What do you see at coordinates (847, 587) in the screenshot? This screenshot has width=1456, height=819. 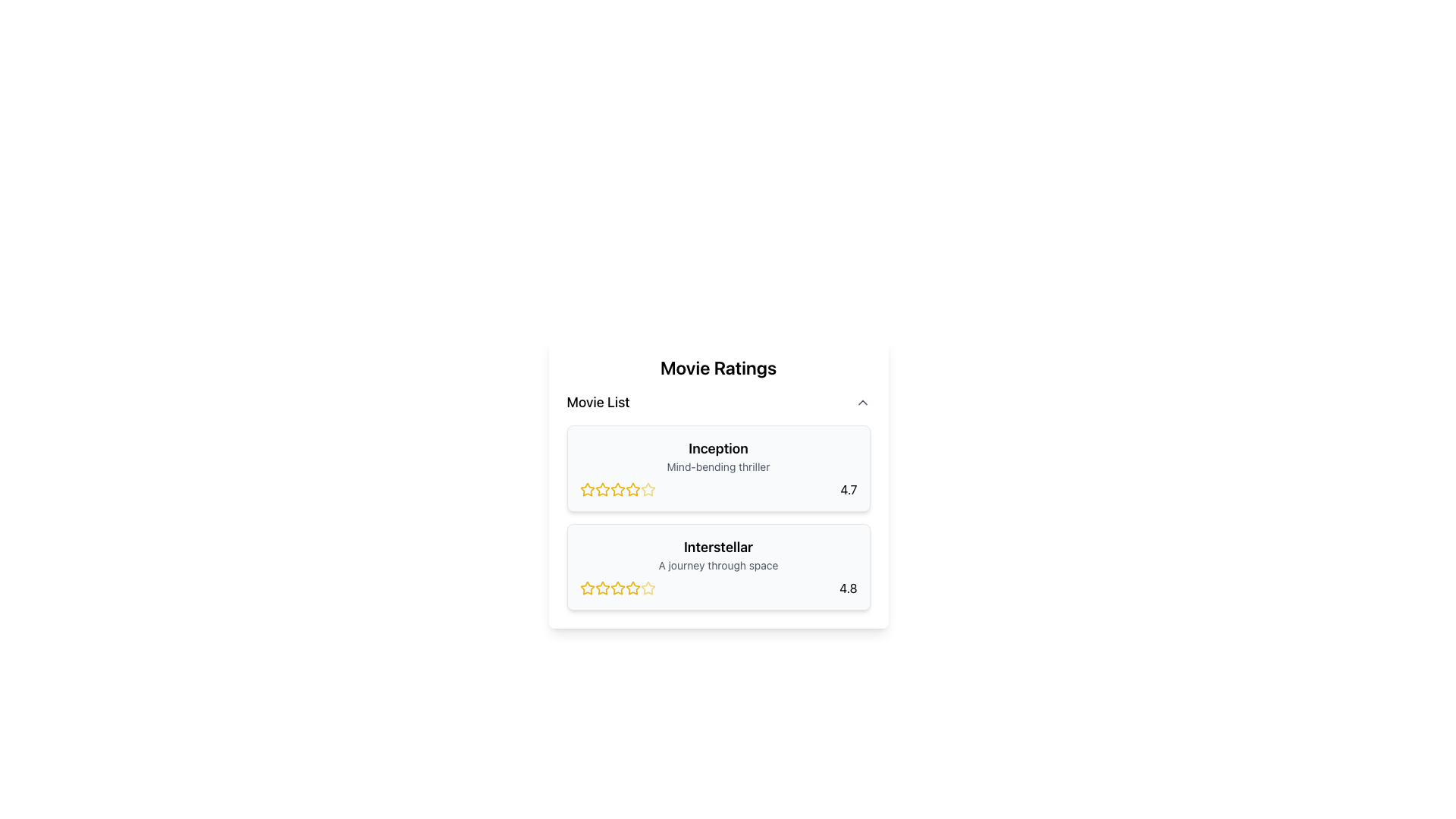 I see `the numerical rating score of the movie 'Interstellar', located at the lower-right corner of the card, next to the yellow star icons` at bounding box center [847, 587].